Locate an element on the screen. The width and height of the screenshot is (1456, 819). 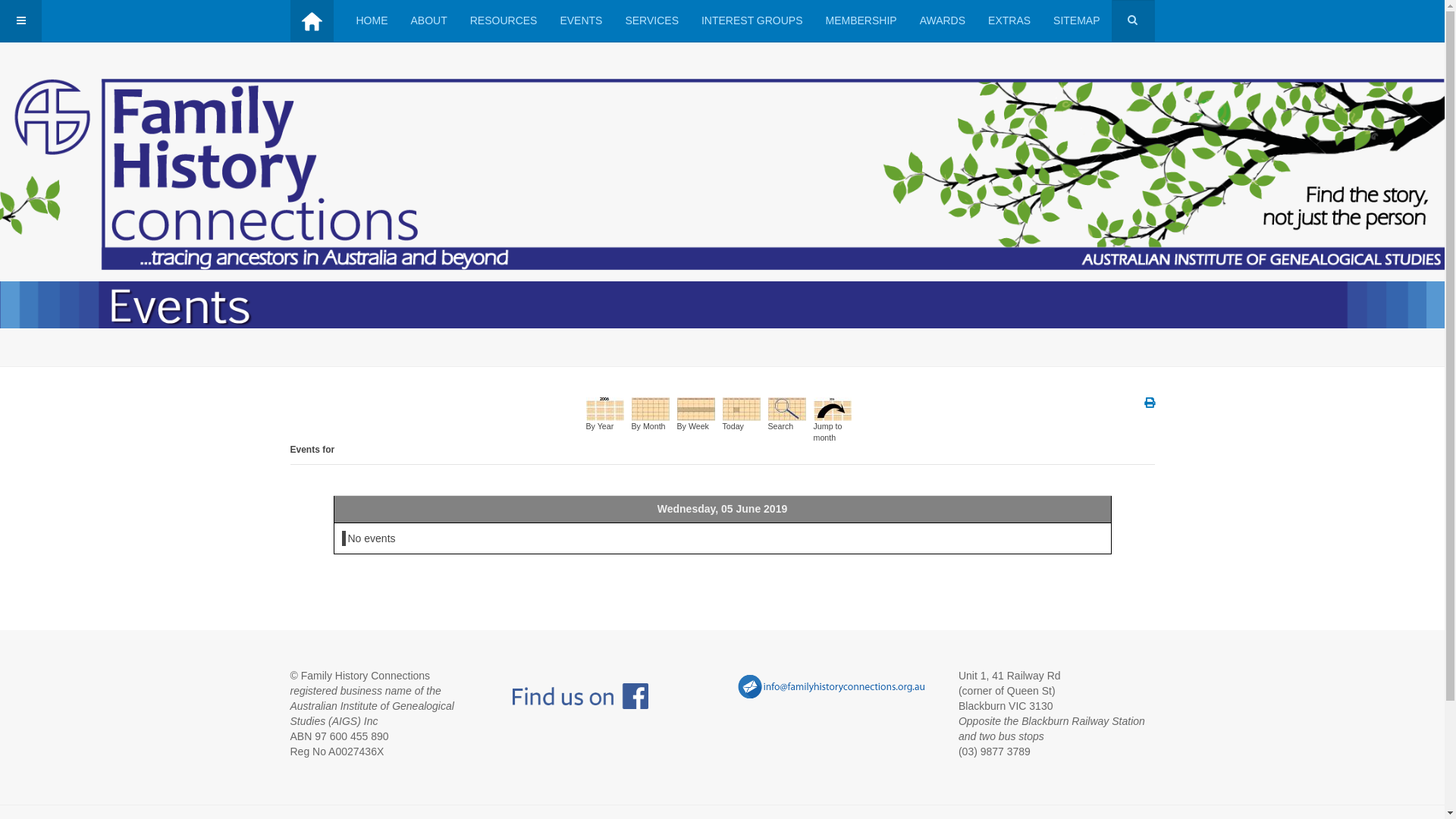
'INTEREST GROUPS' is located at coordinates (752, 20).